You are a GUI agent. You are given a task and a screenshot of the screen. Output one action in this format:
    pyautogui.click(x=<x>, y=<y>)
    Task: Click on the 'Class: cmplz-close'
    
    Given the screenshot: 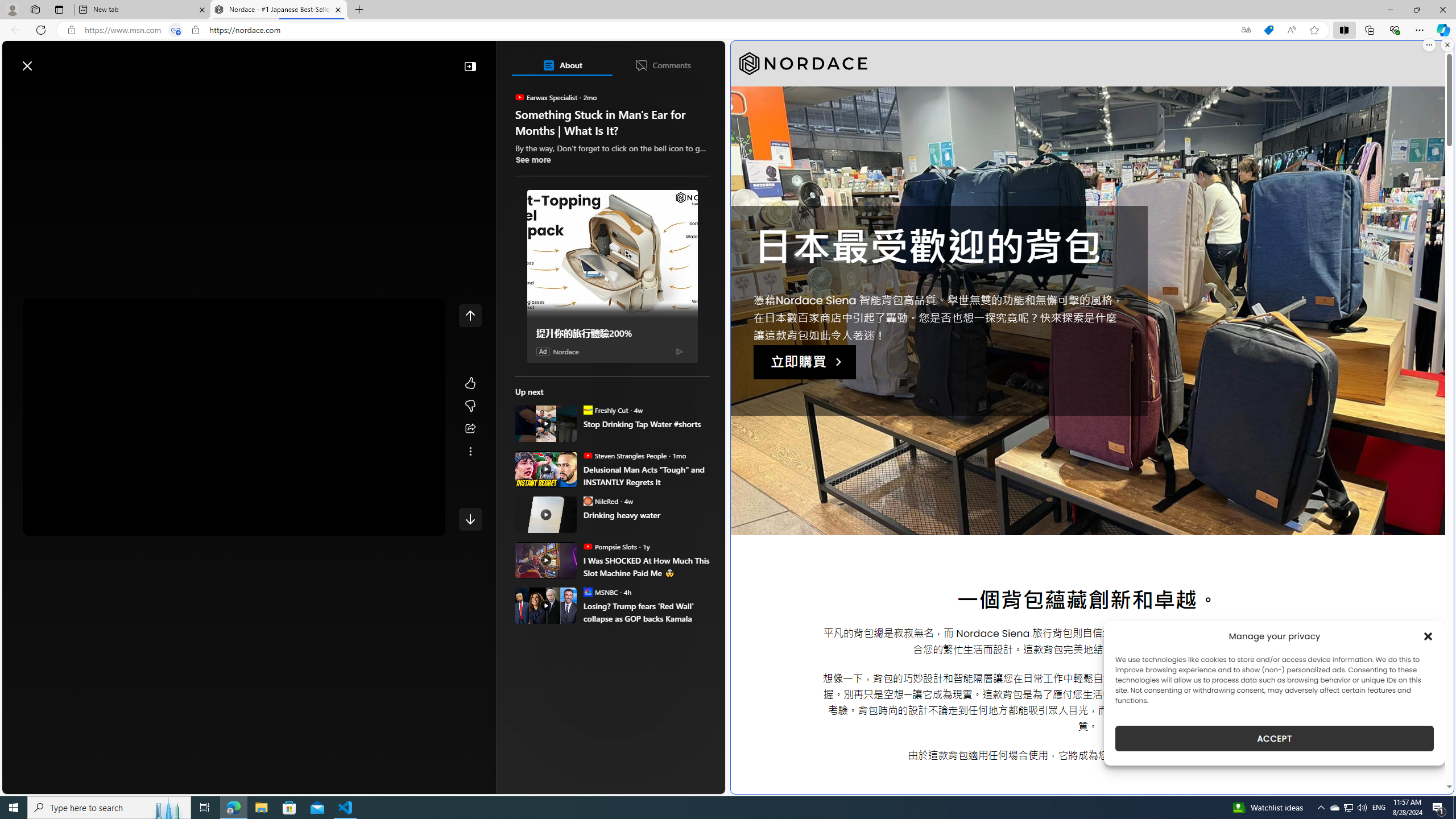 What is the action you would take?
    pyautogui.click(x=1428, y=636)
    